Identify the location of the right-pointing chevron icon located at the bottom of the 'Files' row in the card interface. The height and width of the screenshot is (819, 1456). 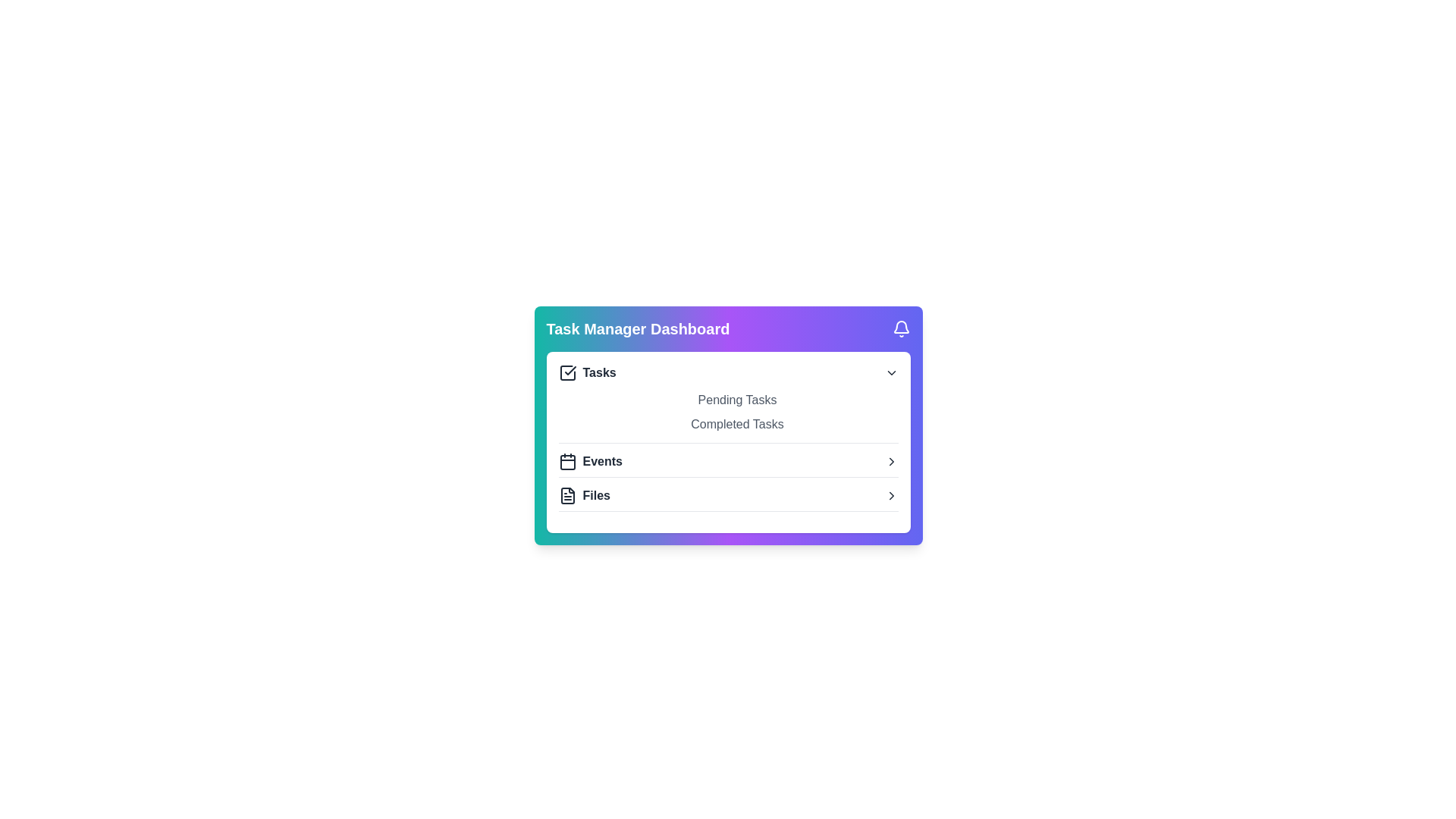
(891, 461).